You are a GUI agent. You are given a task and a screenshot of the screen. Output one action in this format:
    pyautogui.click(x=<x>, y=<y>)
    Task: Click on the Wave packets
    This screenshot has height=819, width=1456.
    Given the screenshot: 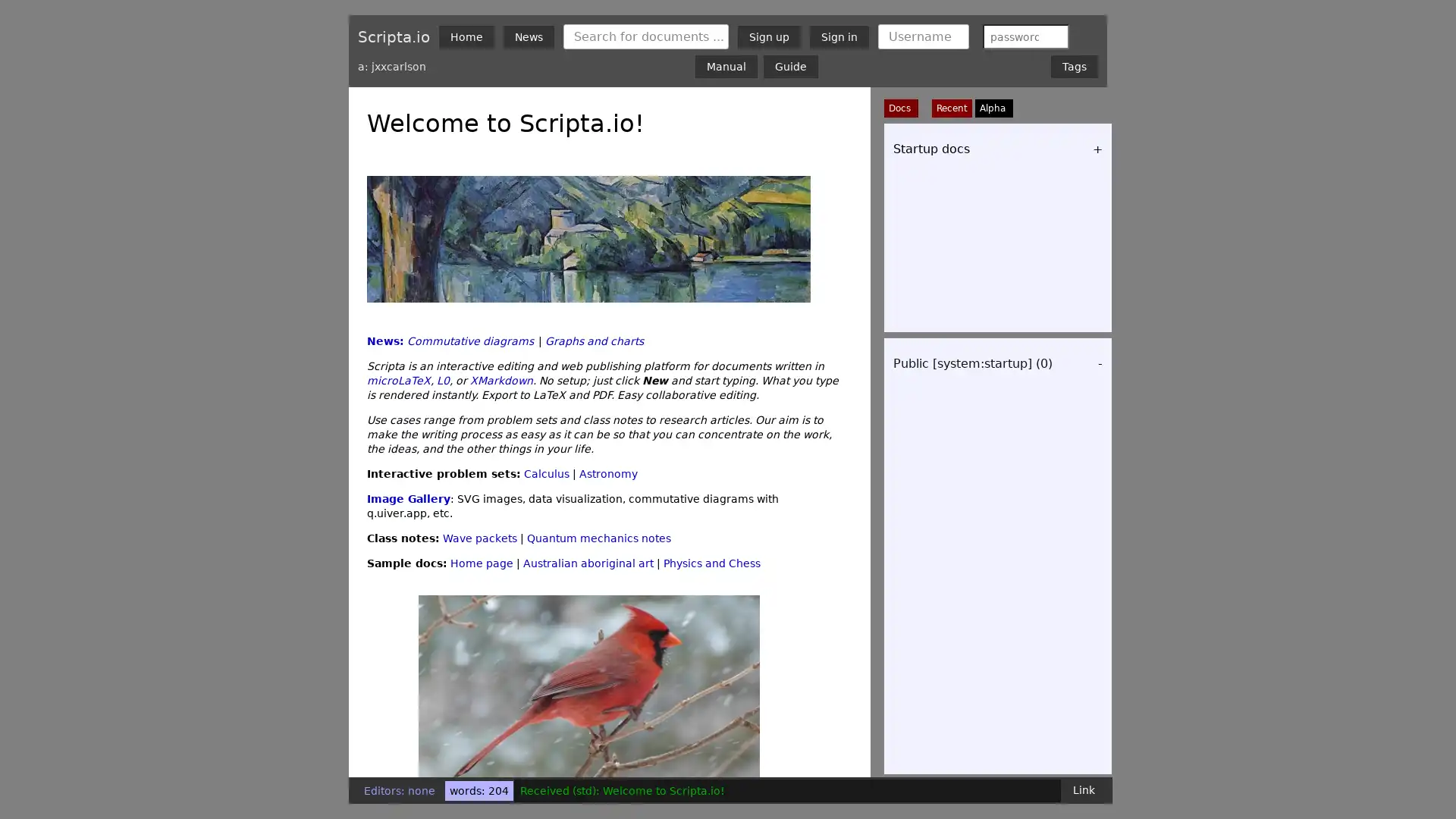 What is the action you would take?
    pyautogui.click(x=479, y=537)
    